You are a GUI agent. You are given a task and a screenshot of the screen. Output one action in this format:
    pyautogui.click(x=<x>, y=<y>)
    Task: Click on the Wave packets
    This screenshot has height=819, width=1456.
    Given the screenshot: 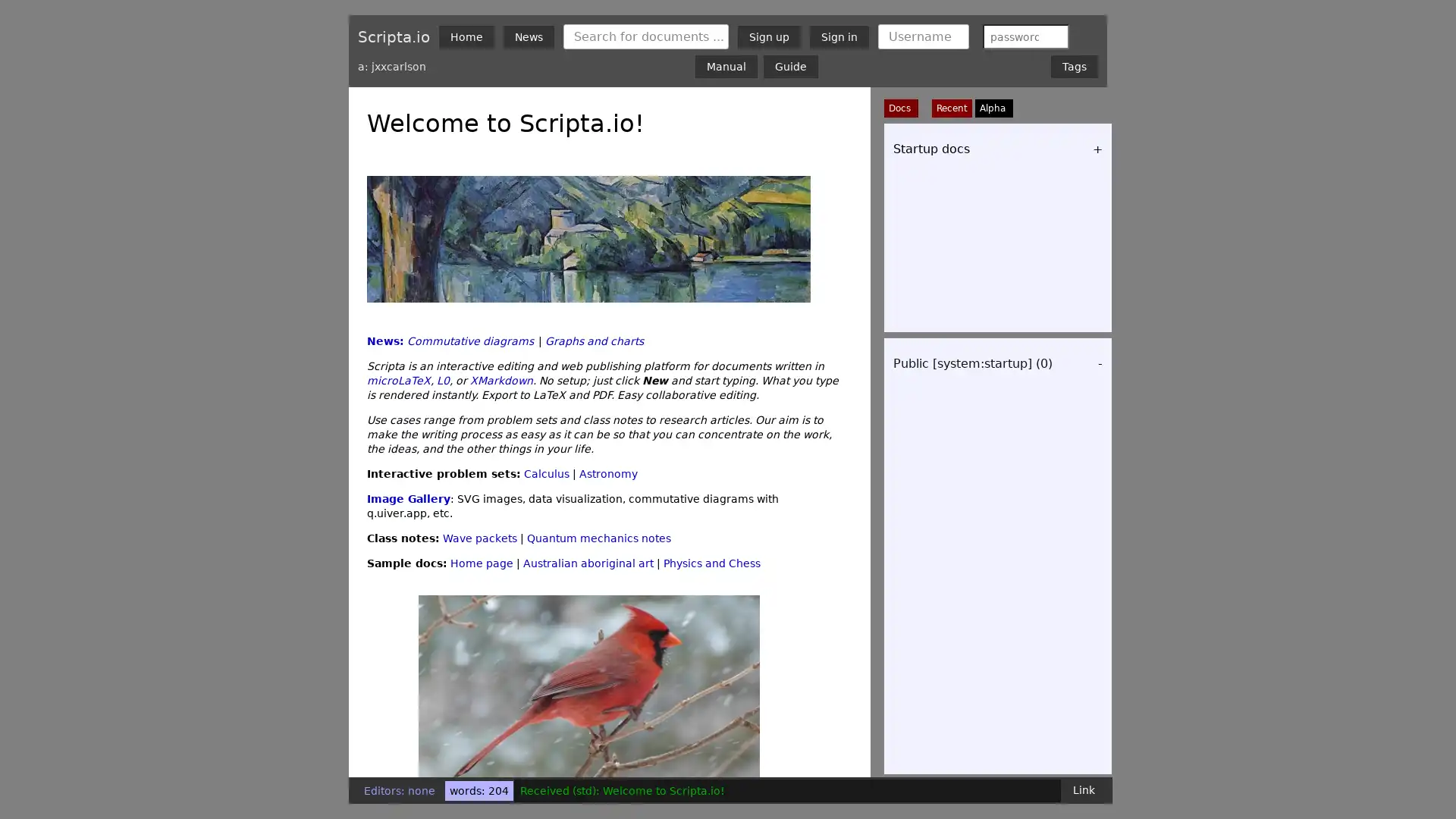 What is the action you would take?
    pyautogui.click(x=479, y=537)
    